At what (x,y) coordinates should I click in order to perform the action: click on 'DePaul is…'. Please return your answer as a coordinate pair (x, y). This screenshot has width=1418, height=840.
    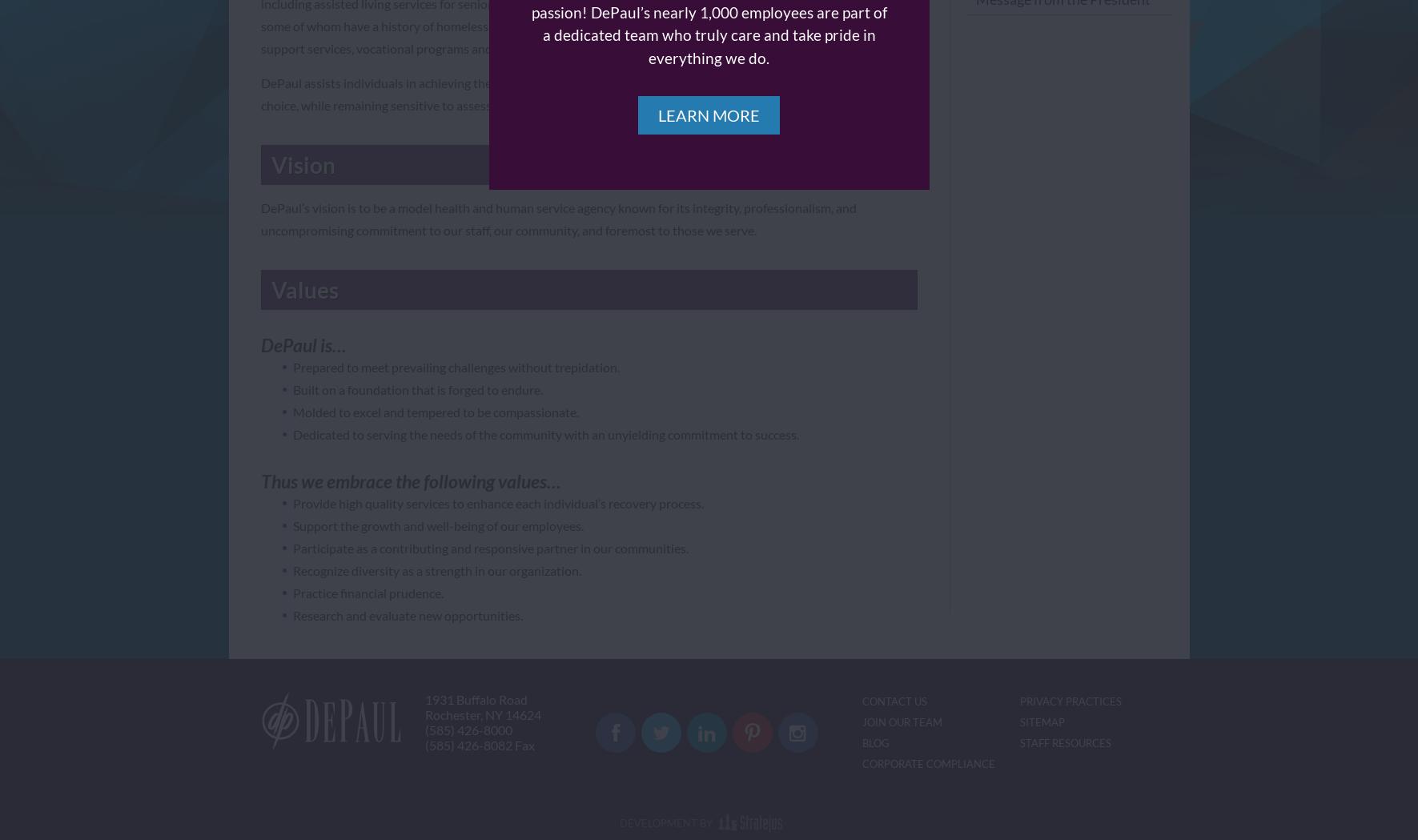
    Looking at the image, I should click on (301, 344).